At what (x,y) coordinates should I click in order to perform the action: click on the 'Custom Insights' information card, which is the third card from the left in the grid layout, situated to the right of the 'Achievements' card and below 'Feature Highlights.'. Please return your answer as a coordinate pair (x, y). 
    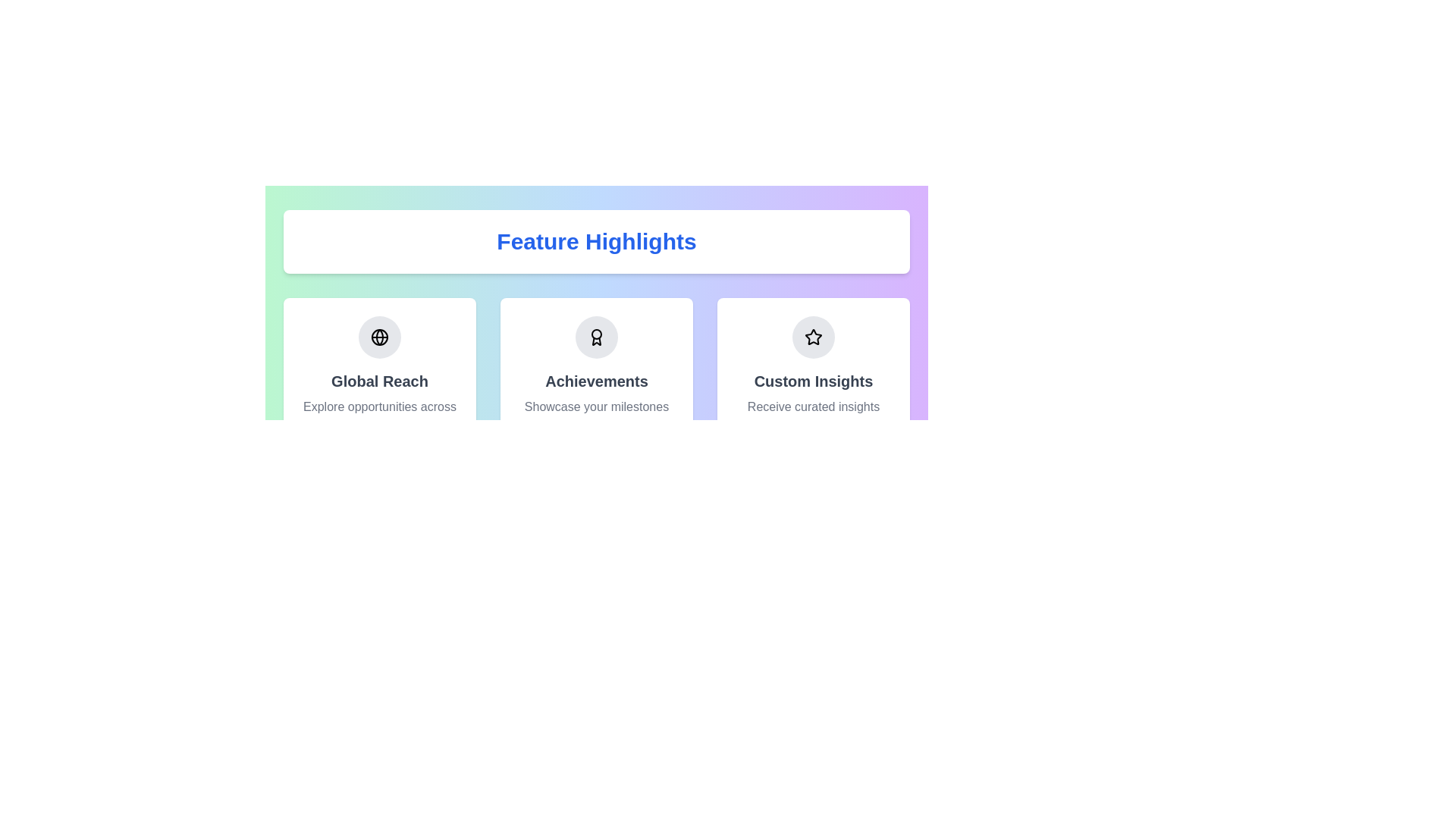
    Looking at the image, I should click on (813, 383).